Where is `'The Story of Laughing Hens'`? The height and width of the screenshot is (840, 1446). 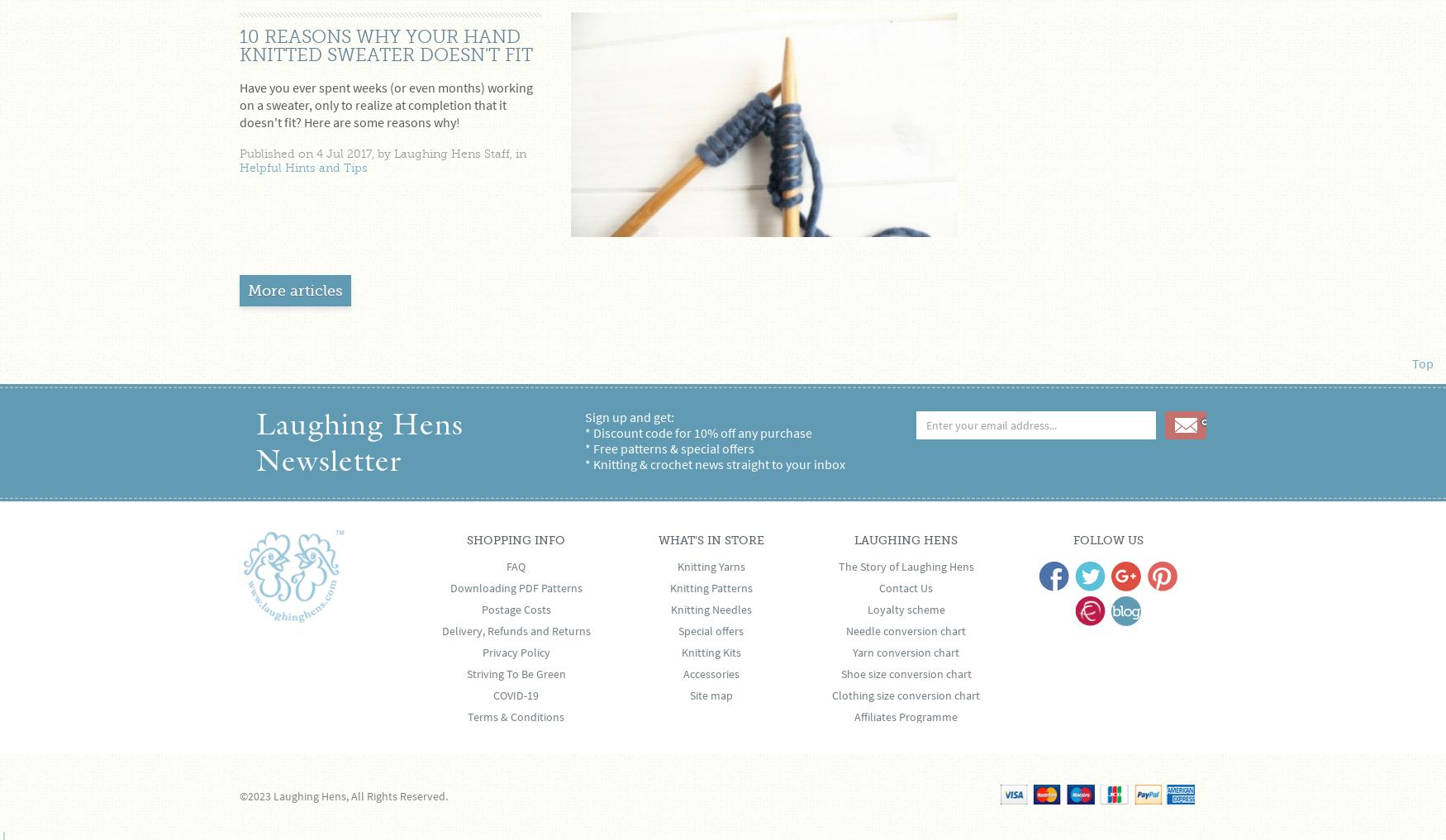
'The Story of Laughing Hens' is located at coordinates (836, 564).